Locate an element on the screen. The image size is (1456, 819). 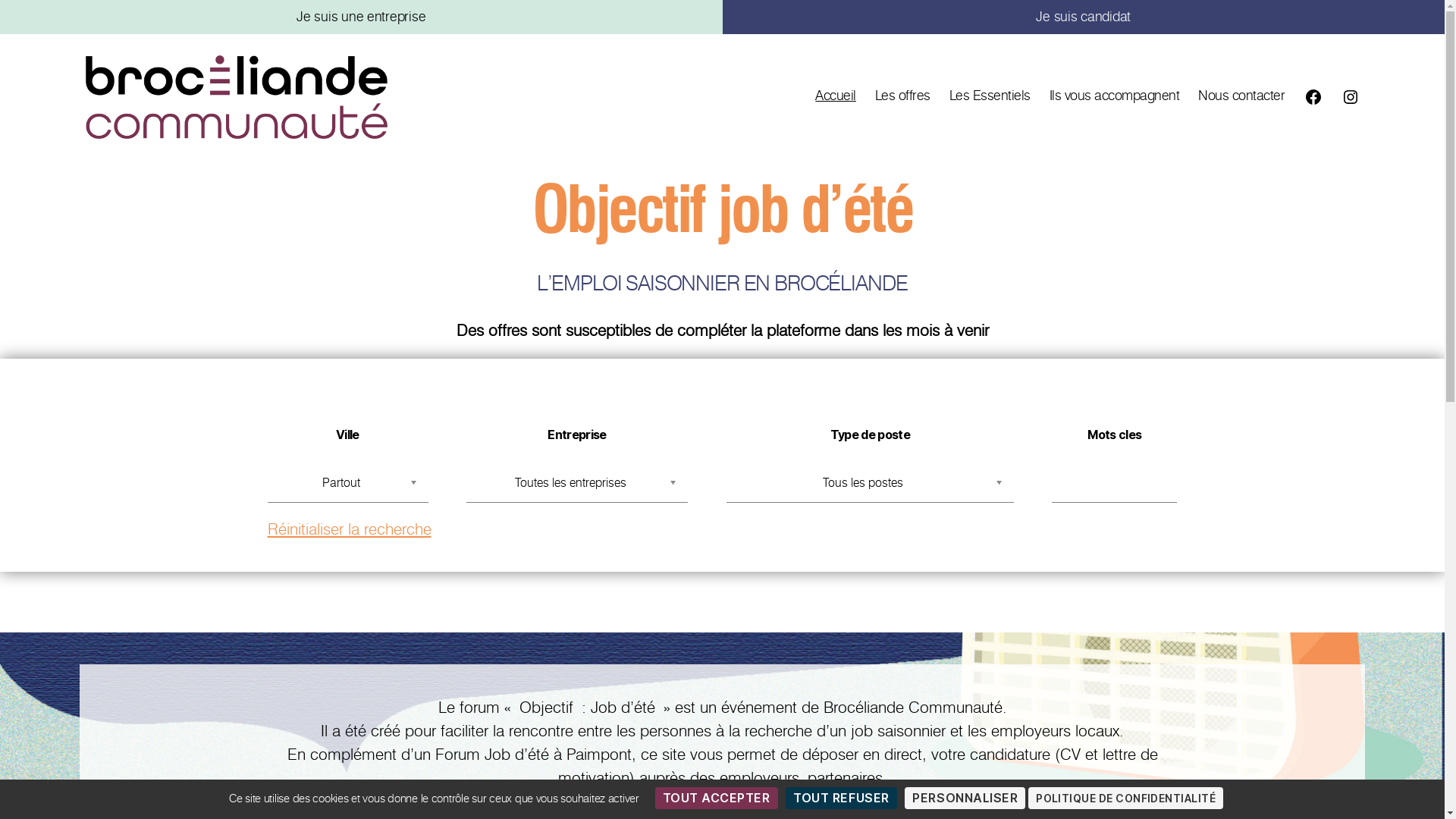
'Faire une recherche par mot clef' is located at coordinates (1114, 485).